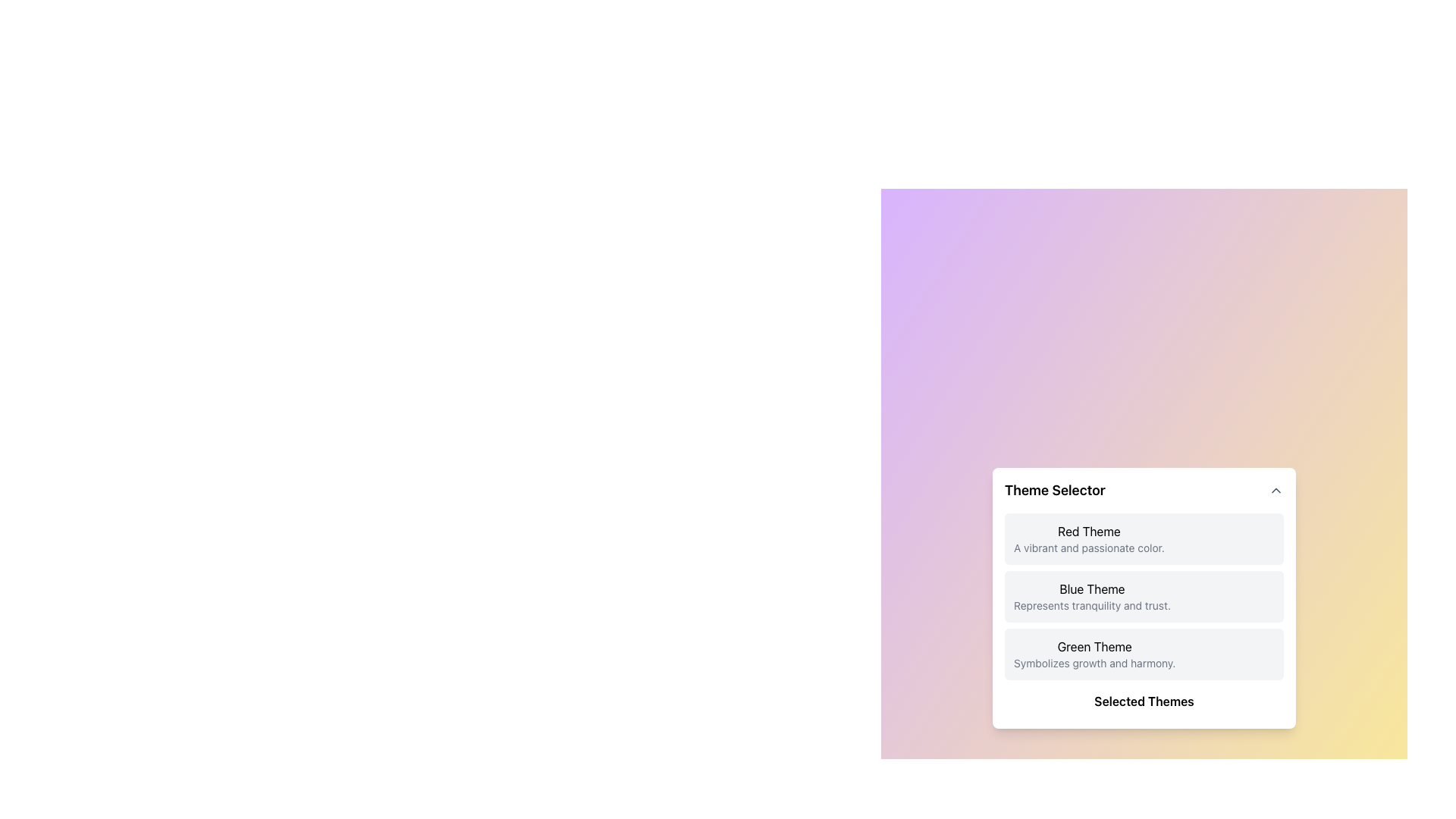 This screenshot has width=1456, height=819. Describe the element at coordinates (1054, 491) in the screenshot. I see `the bold black text label reading 'Theme Selector' located at the top of the panel, which serves as a header for the theme selection section` at that location.